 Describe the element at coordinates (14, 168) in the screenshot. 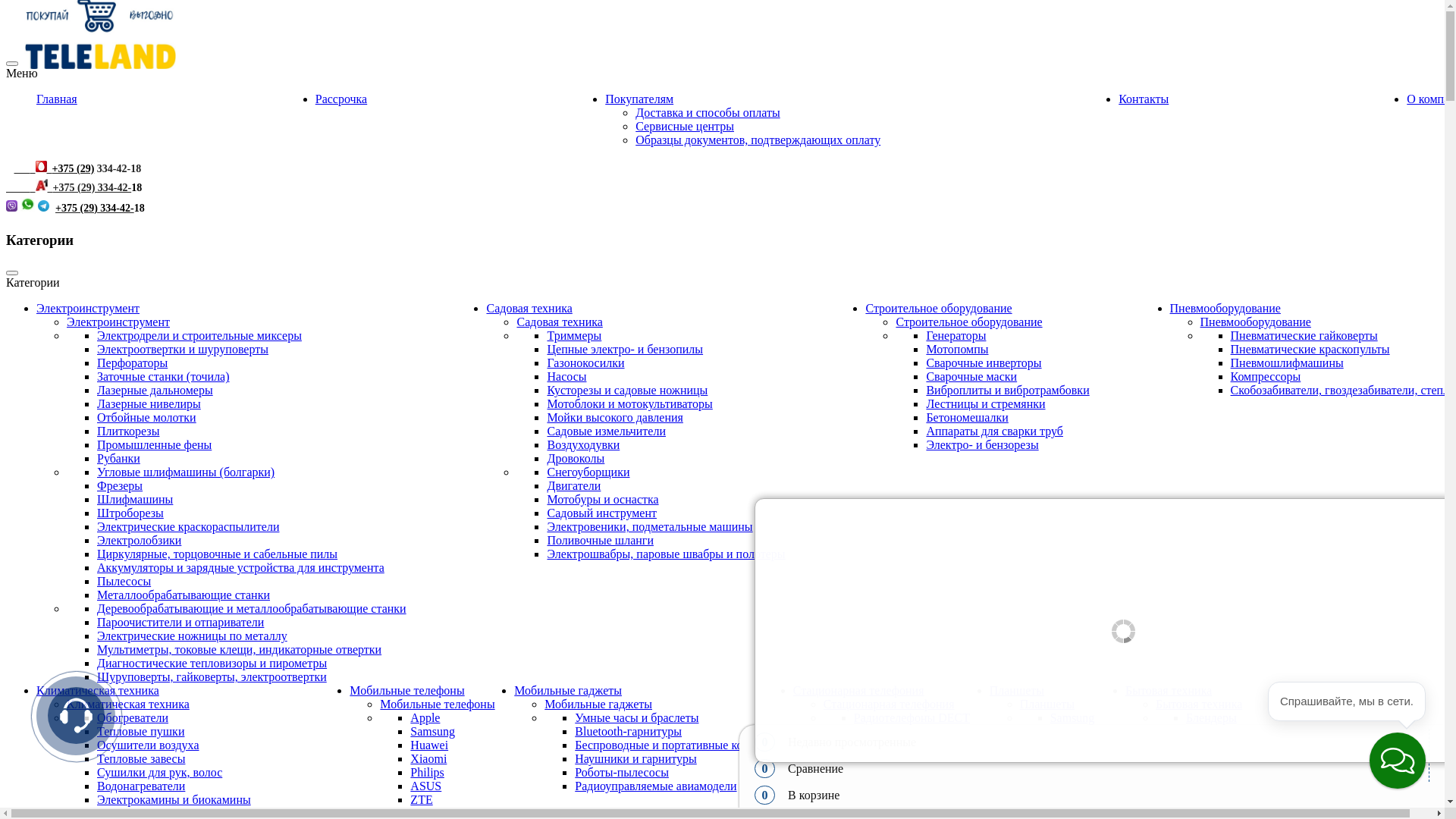

I see `'     '` at that location.